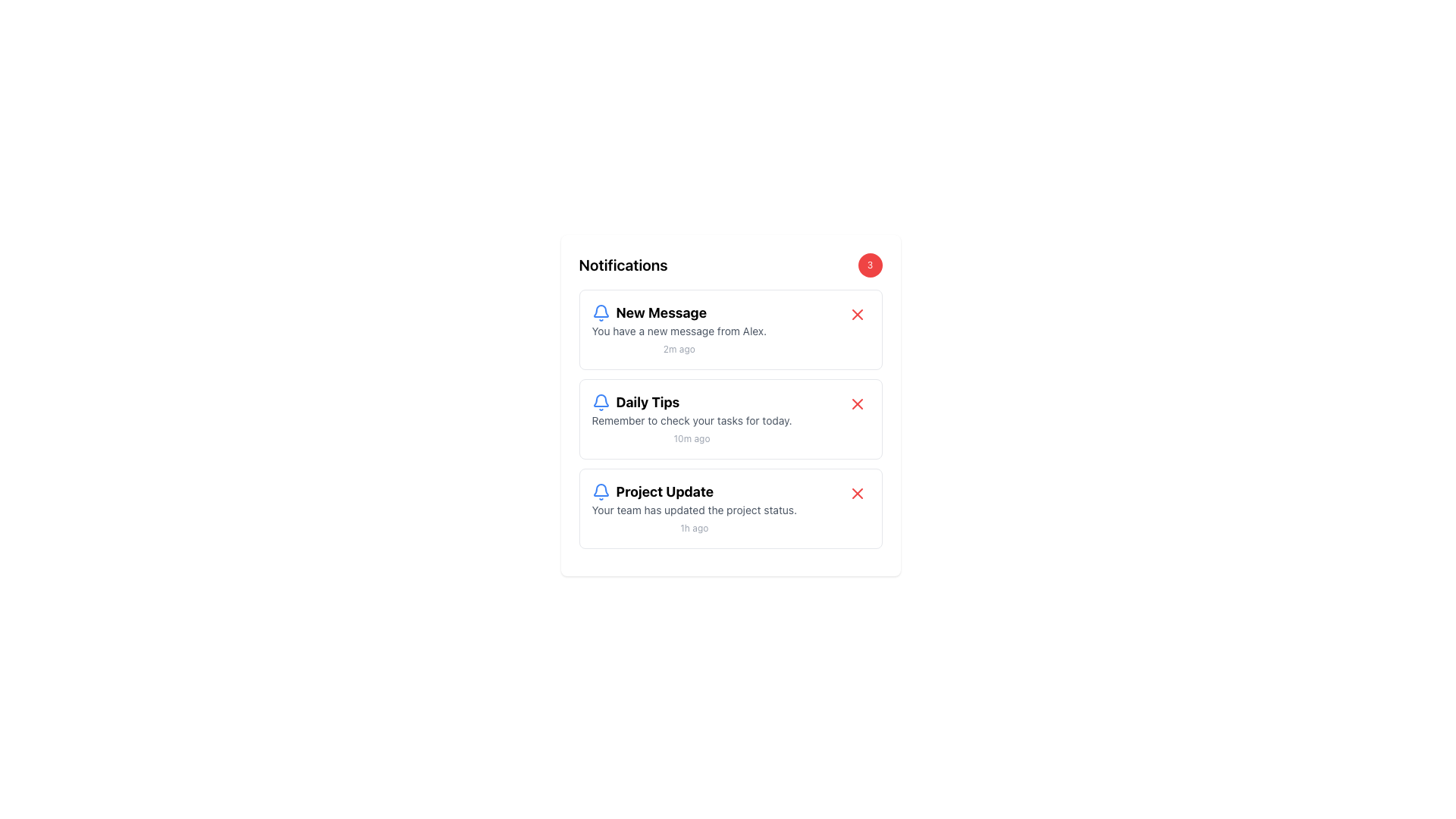 The width and height of the screenshot is (1456, 819). Describe the element at coordinates (600, 310) in the screenshot. I see `the notification icon located in the top-right corner of the notifications panel` at that location.